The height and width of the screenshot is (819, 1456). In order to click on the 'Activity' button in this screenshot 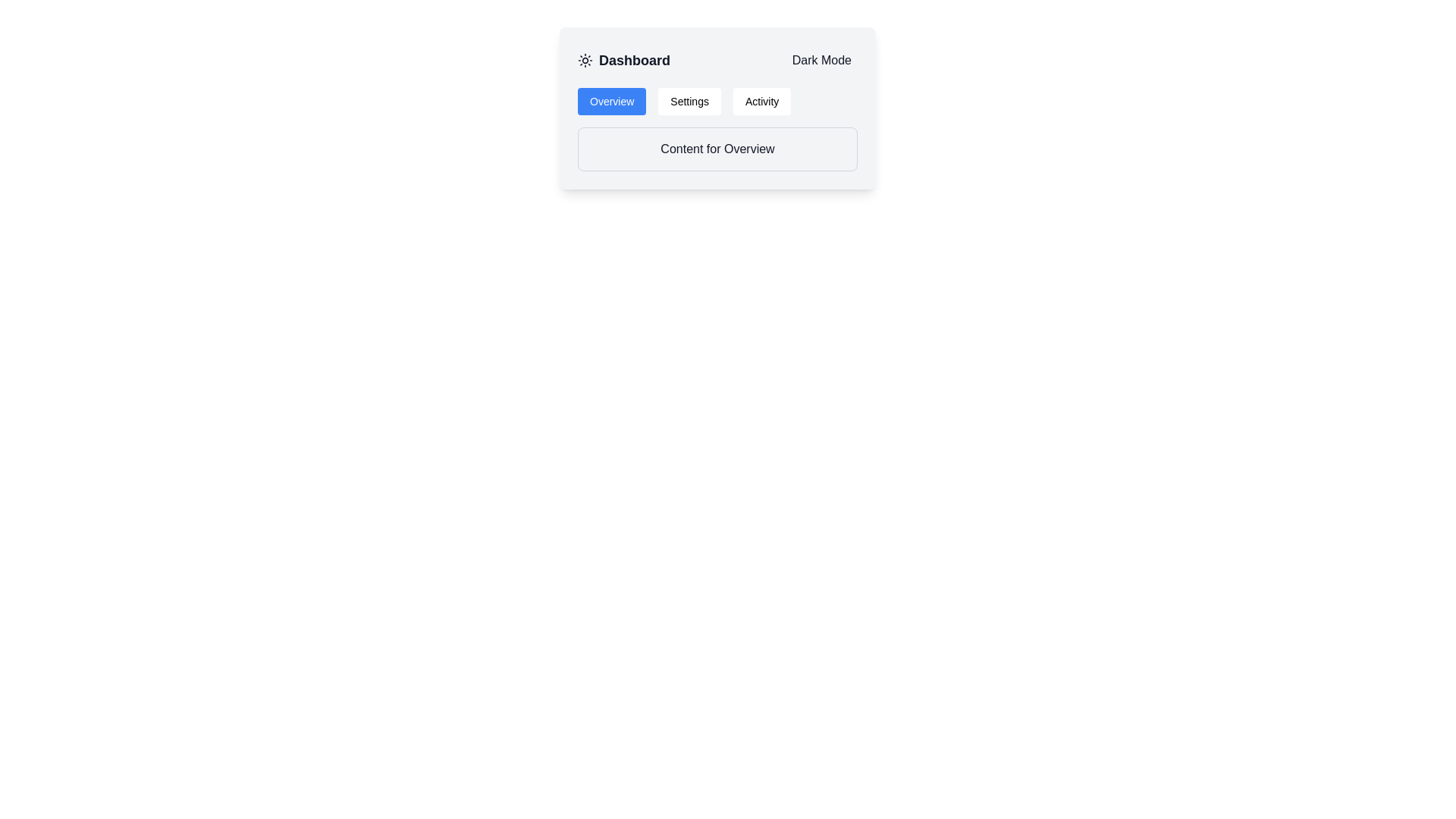, I will do `click(762, 102)`.